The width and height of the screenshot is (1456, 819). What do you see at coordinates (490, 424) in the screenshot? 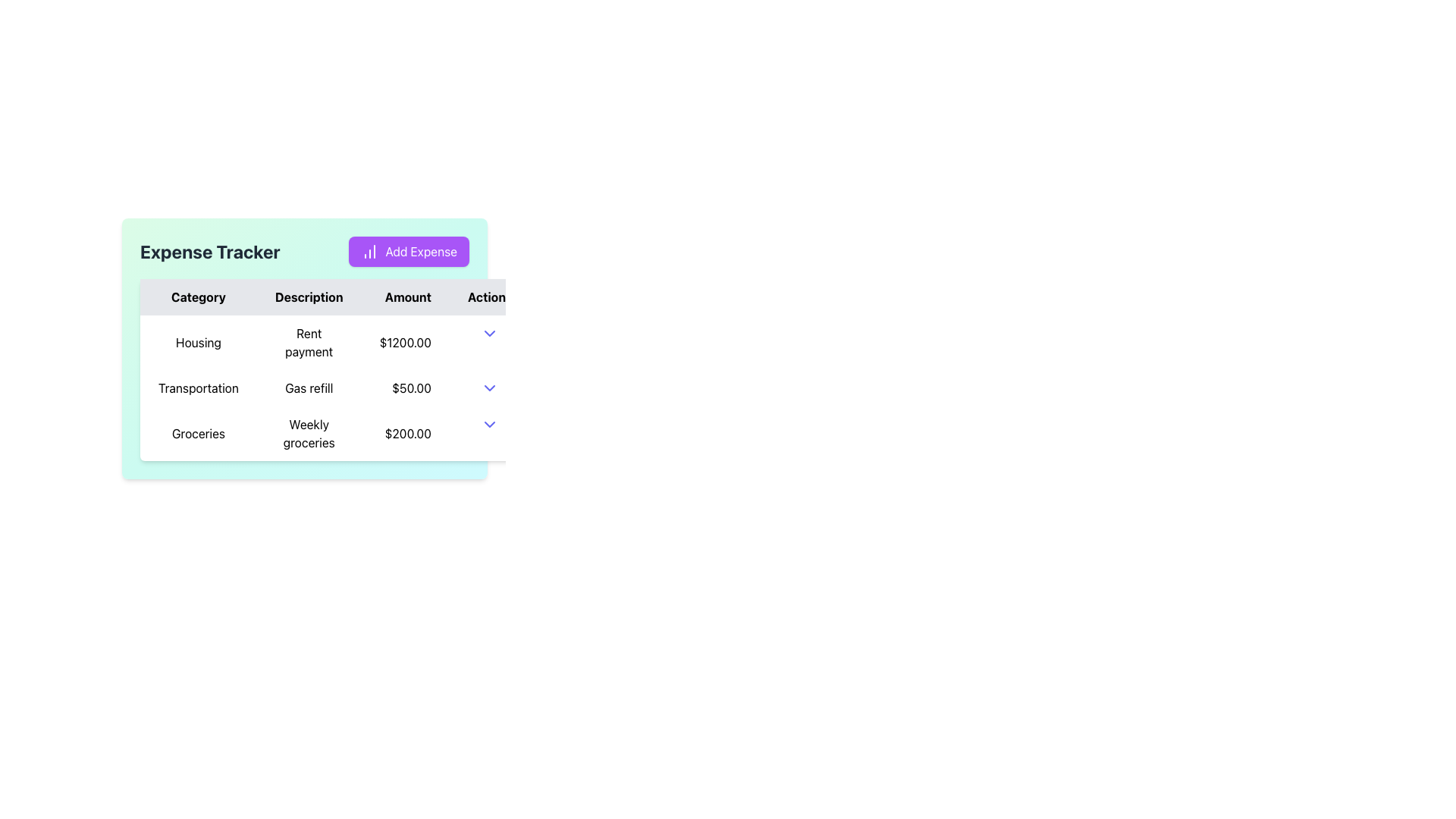
I see `the icon-based button with a caret symbol located on the far-right side of the 'Groceries' row` at bounding box center [490, 424].